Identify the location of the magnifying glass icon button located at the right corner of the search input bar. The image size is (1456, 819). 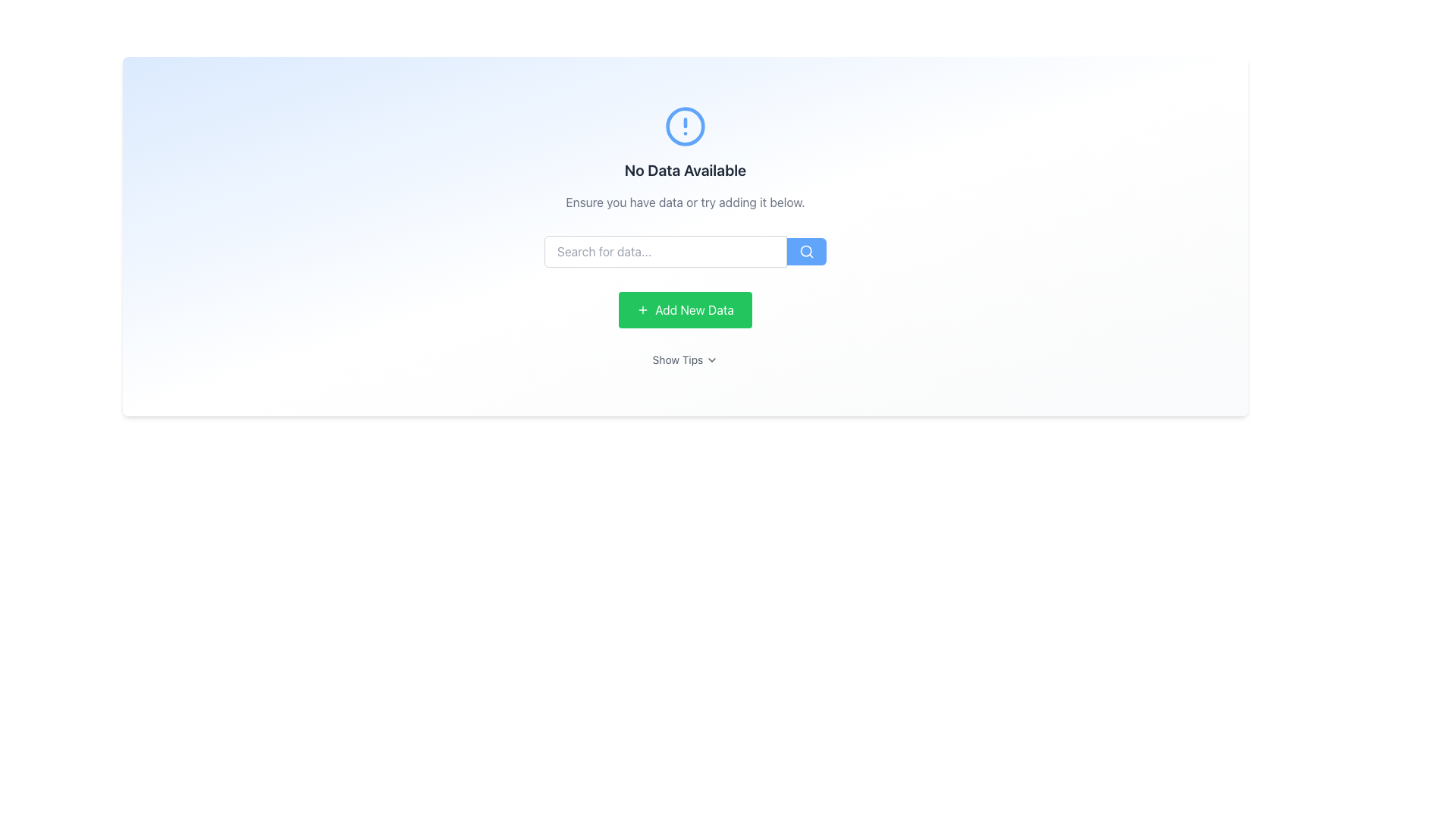
(806, 250).